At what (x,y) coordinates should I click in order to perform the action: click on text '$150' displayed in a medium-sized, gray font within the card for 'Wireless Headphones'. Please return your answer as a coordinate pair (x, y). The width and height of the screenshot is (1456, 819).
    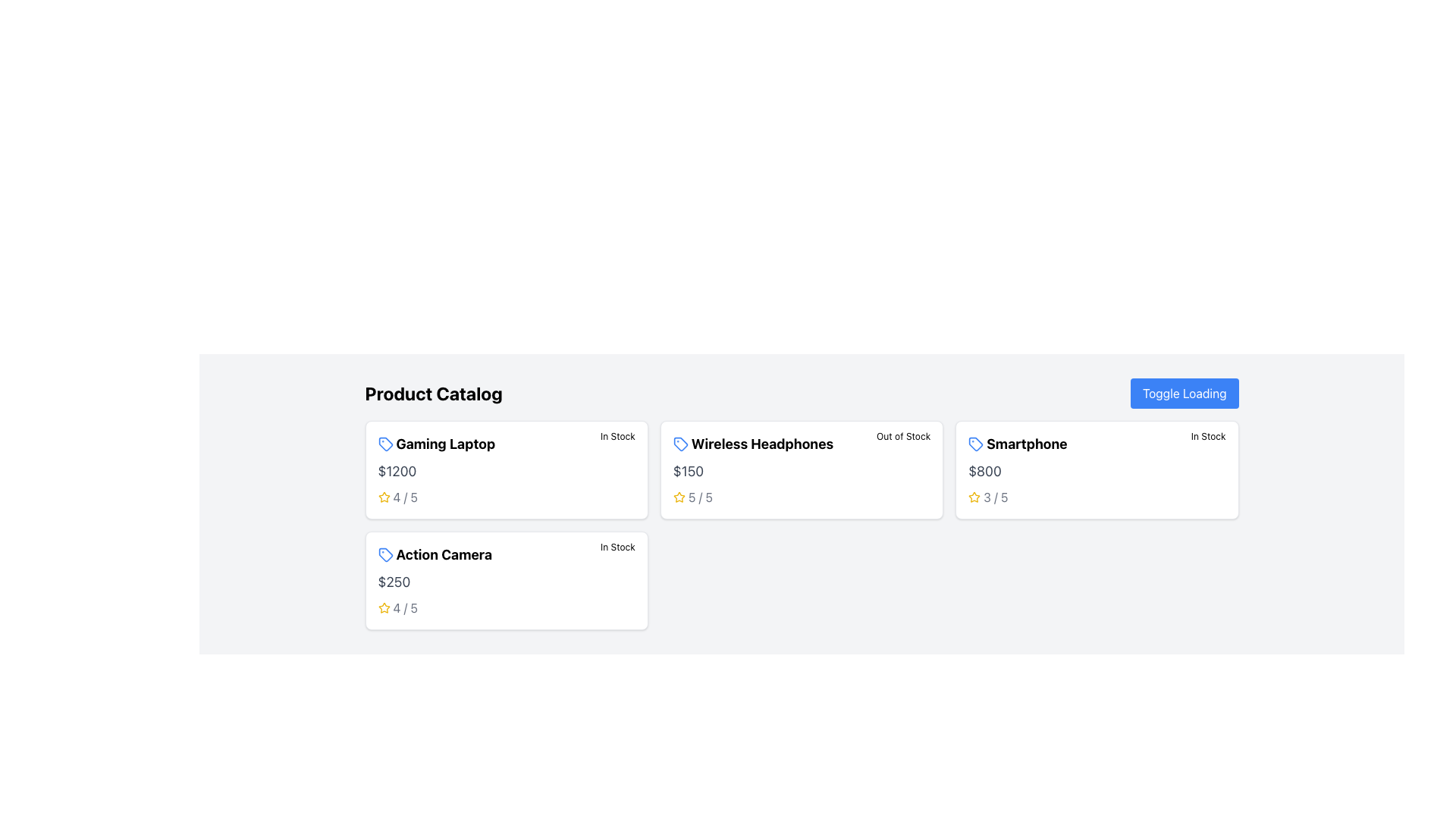
    Looking at the image, I should click on (687, 470).